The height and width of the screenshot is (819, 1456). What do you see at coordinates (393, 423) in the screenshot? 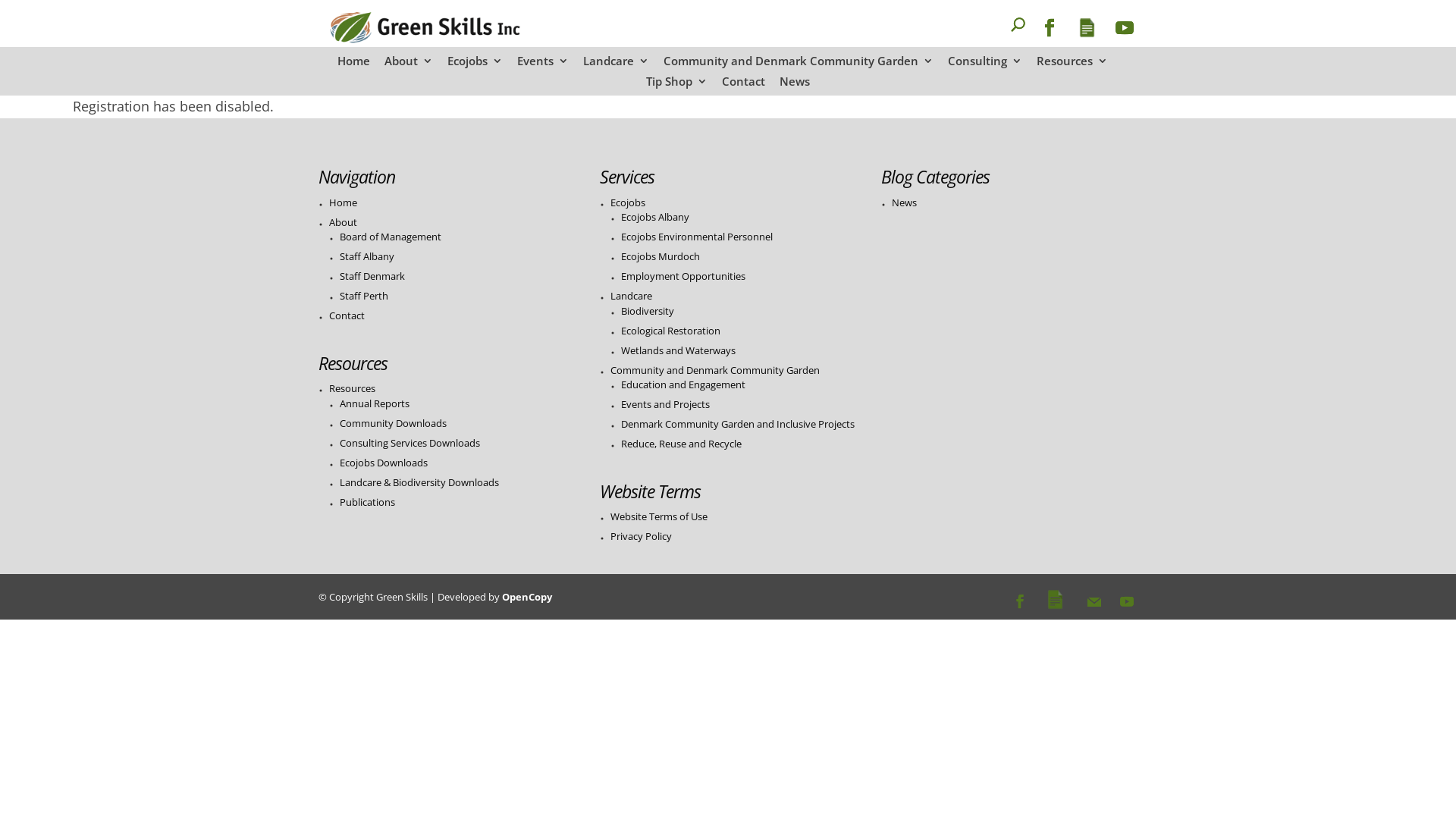
I see `'Community Downloads'` at bounding box center [393, 423].